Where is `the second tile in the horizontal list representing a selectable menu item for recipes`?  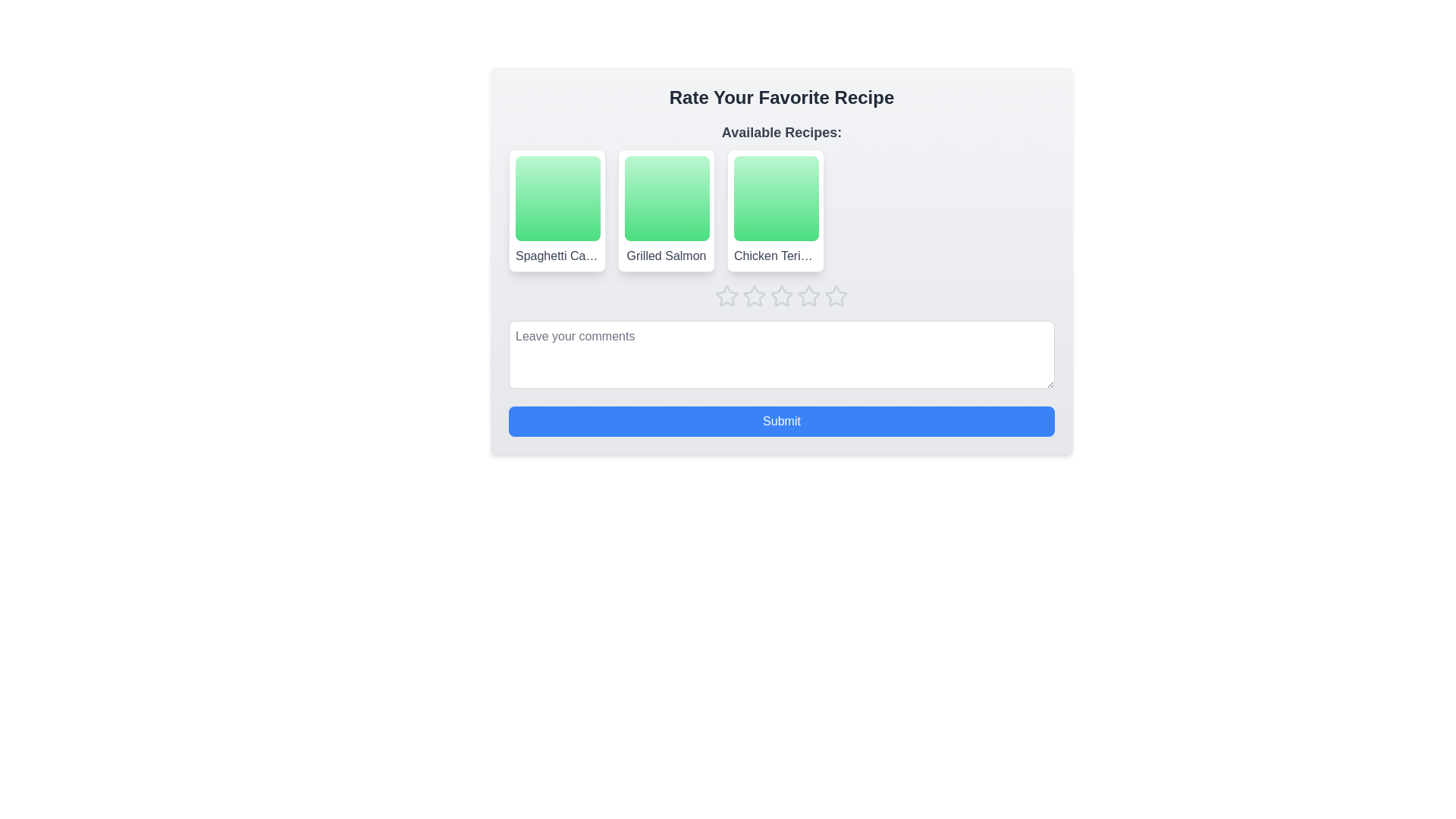 the second tile in the horizontal list representing a selectable menu item for recipes is located at coordinates (666, 210).